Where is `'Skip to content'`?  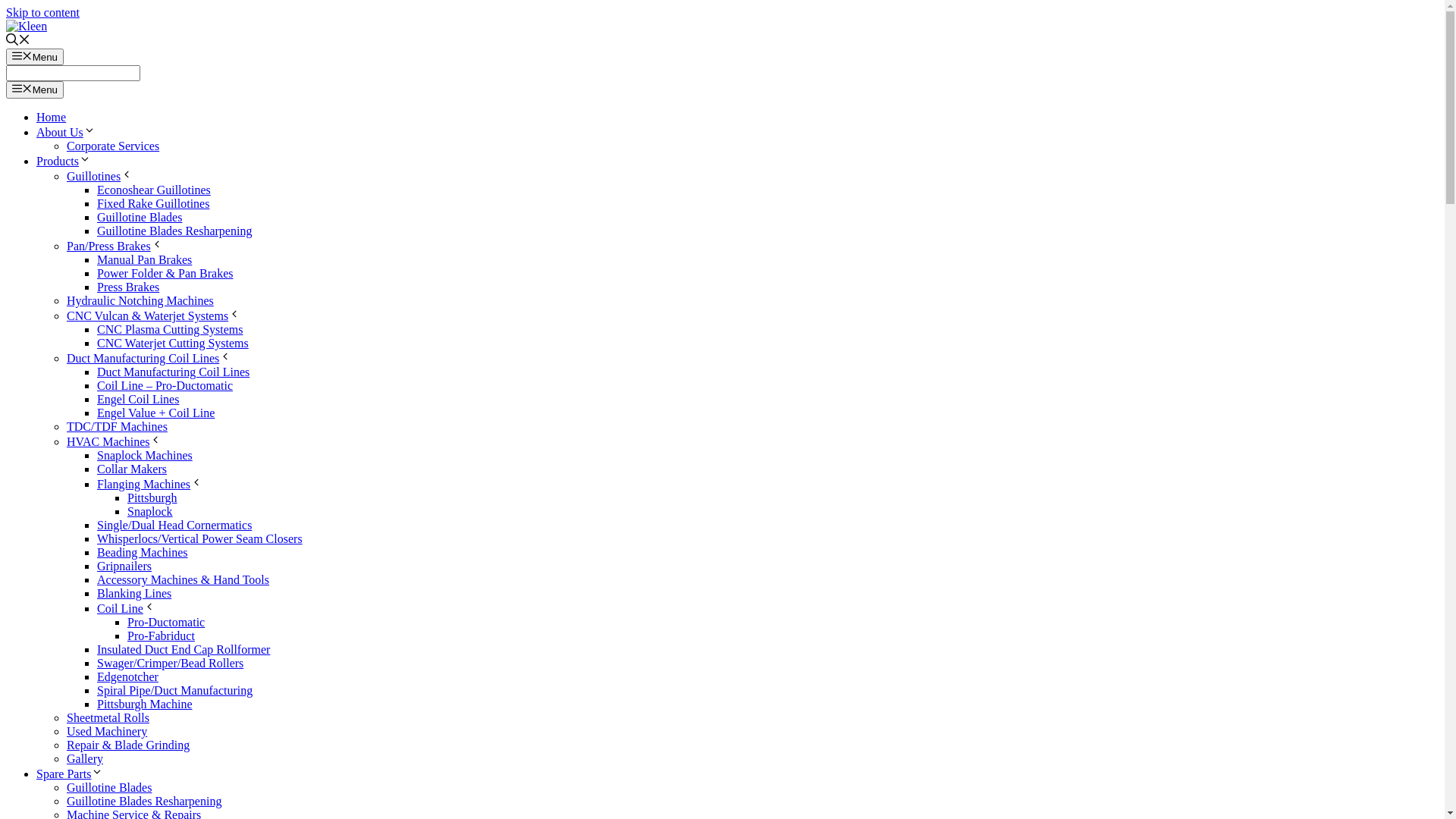 'Skip to content' is located at coordinates (42, 12).